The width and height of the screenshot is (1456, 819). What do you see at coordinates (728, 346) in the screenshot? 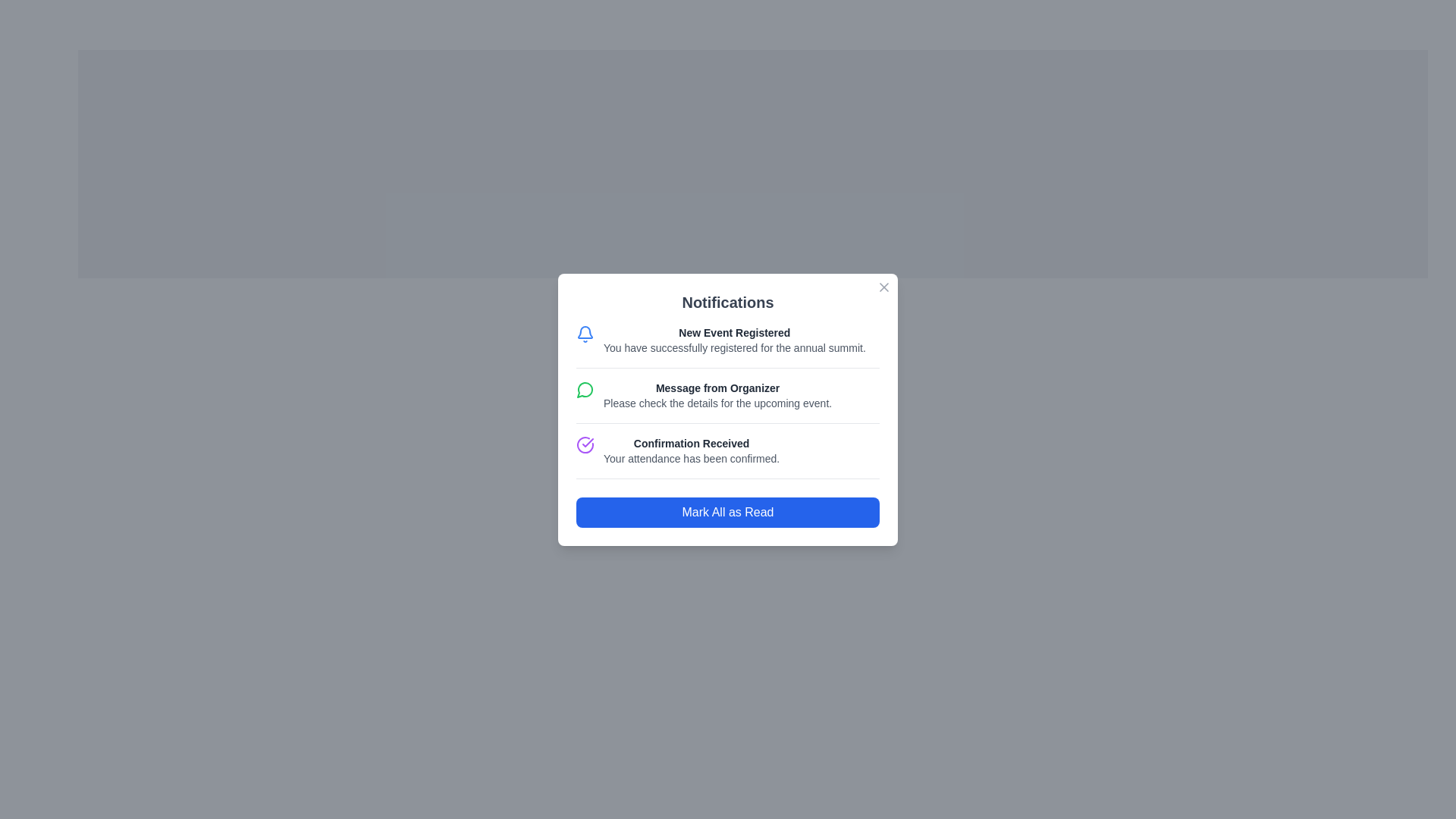
I see `the notification entry titled 'New Event Registered' in the notification dialog` at bounding box center [728, 346].